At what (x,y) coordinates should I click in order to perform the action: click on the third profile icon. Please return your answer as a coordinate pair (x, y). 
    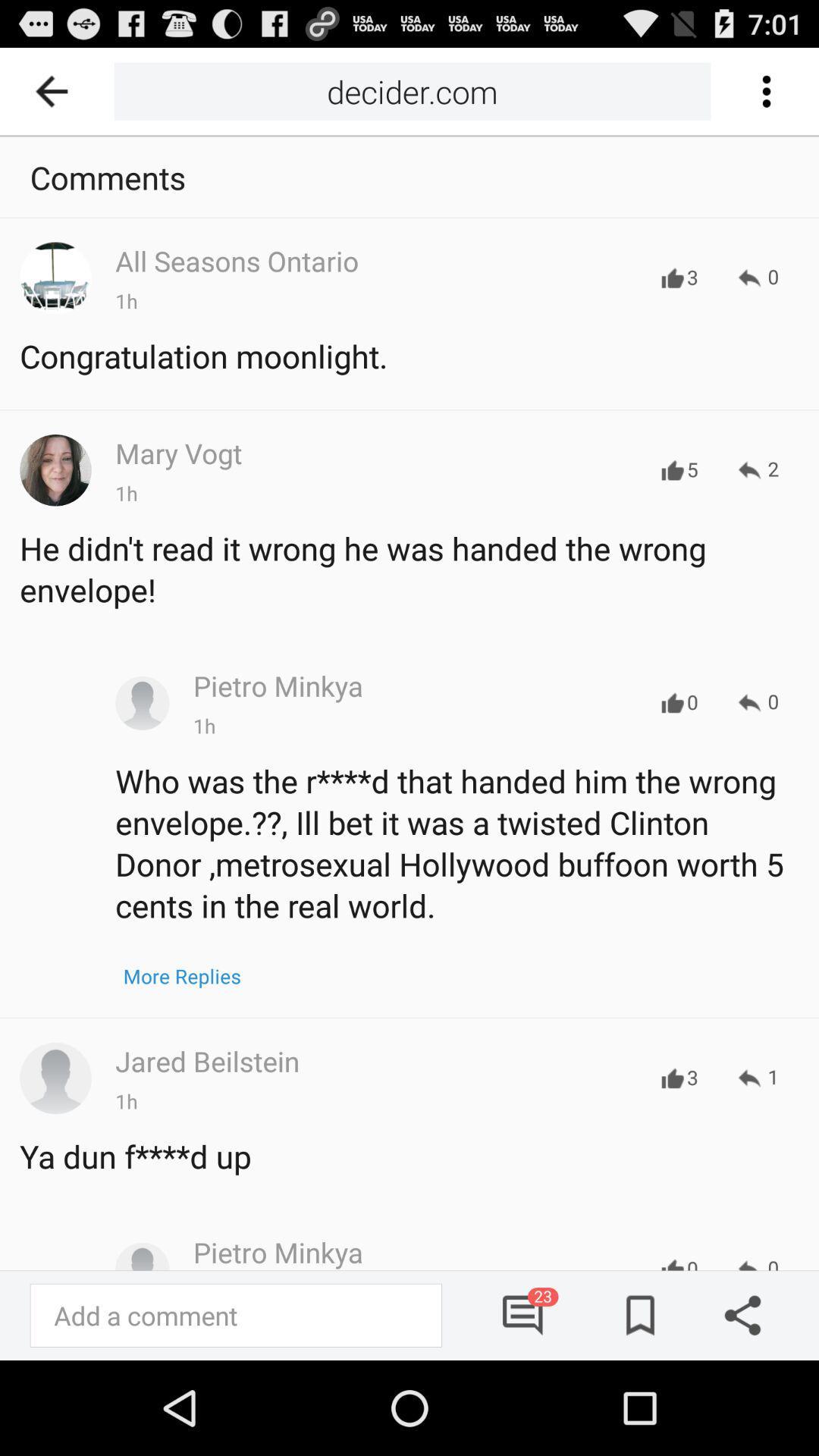
    Looking at the image, I should click on (143, 702).